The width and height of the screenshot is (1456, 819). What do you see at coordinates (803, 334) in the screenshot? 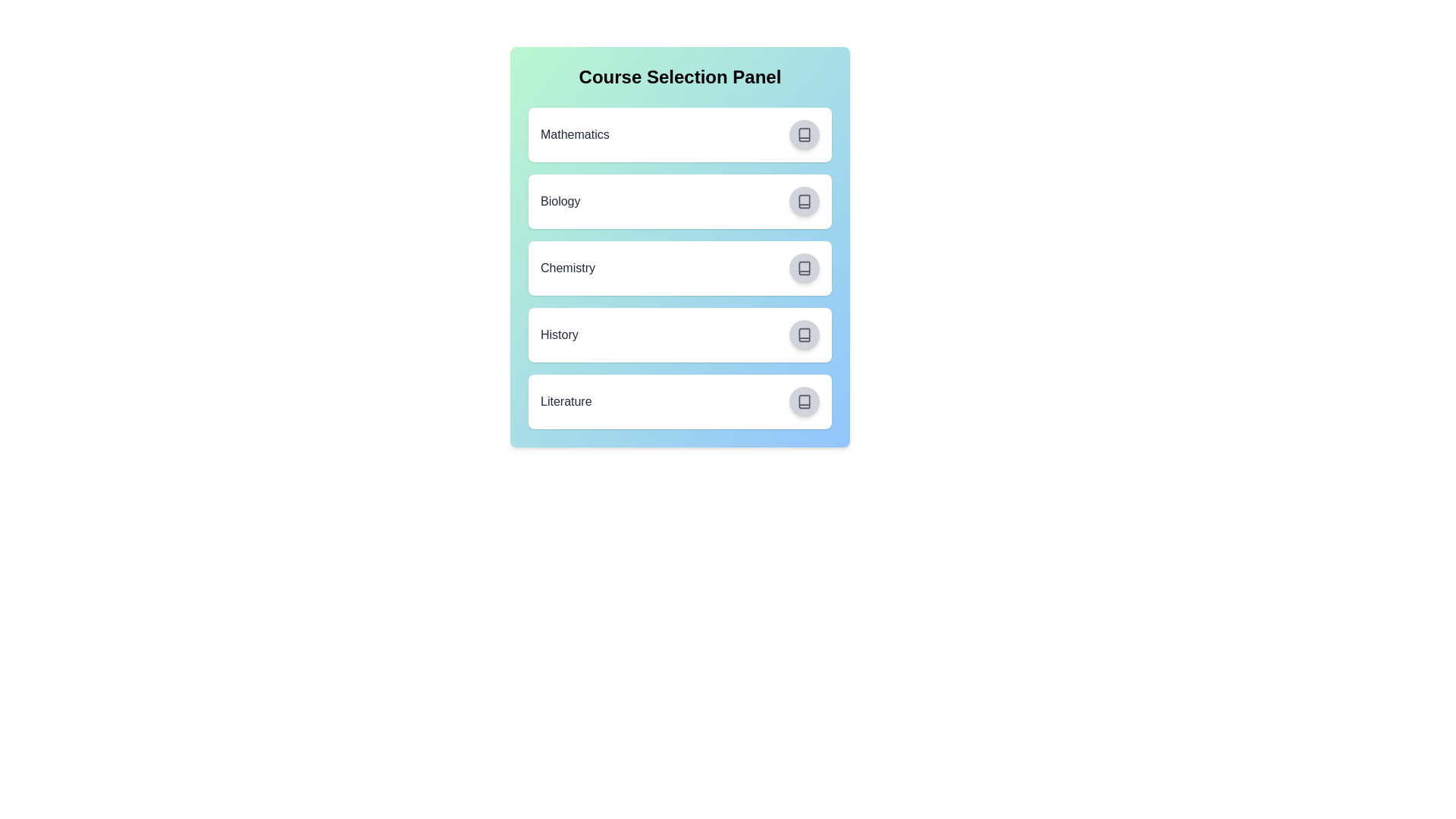
I see `the course History by clicking its associated button` at bounding box center [803, 334].